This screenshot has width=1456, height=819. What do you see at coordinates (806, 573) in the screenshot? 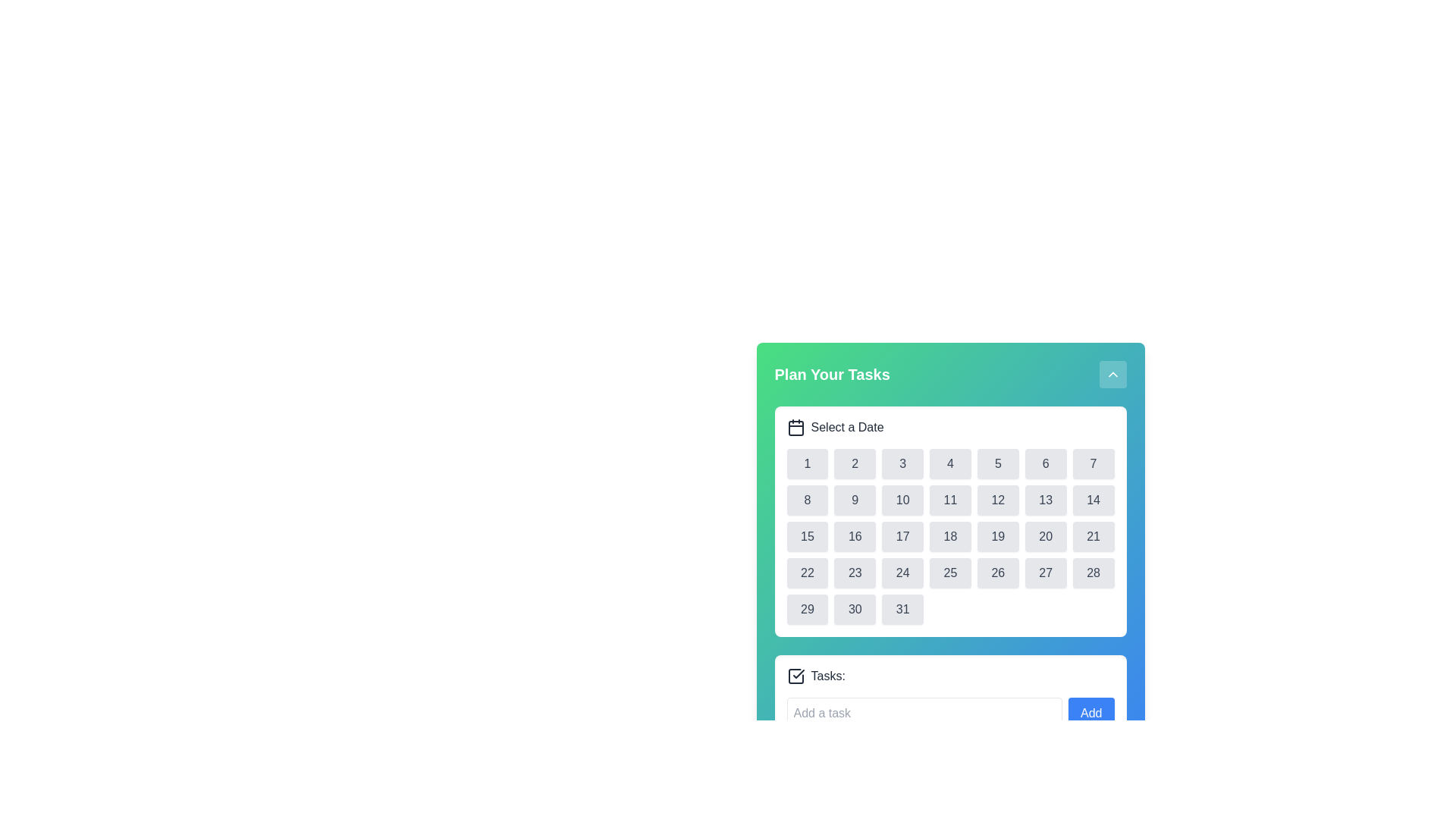
I see `the rounded rectangle button with a light gray background and the text '22' in dark gray, located in the first column of the fourth row in a grid layout` at bounding box center [806, 573].